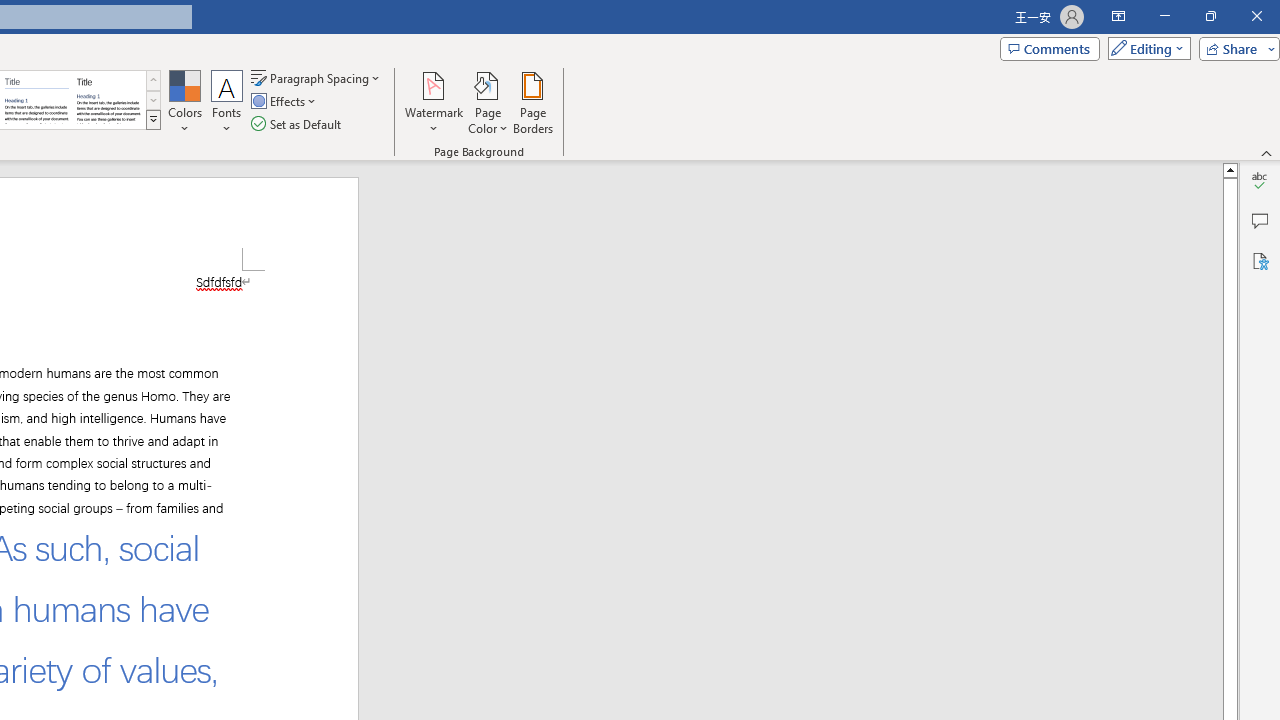  I want to click on 'Style Set', so click(152, 120).